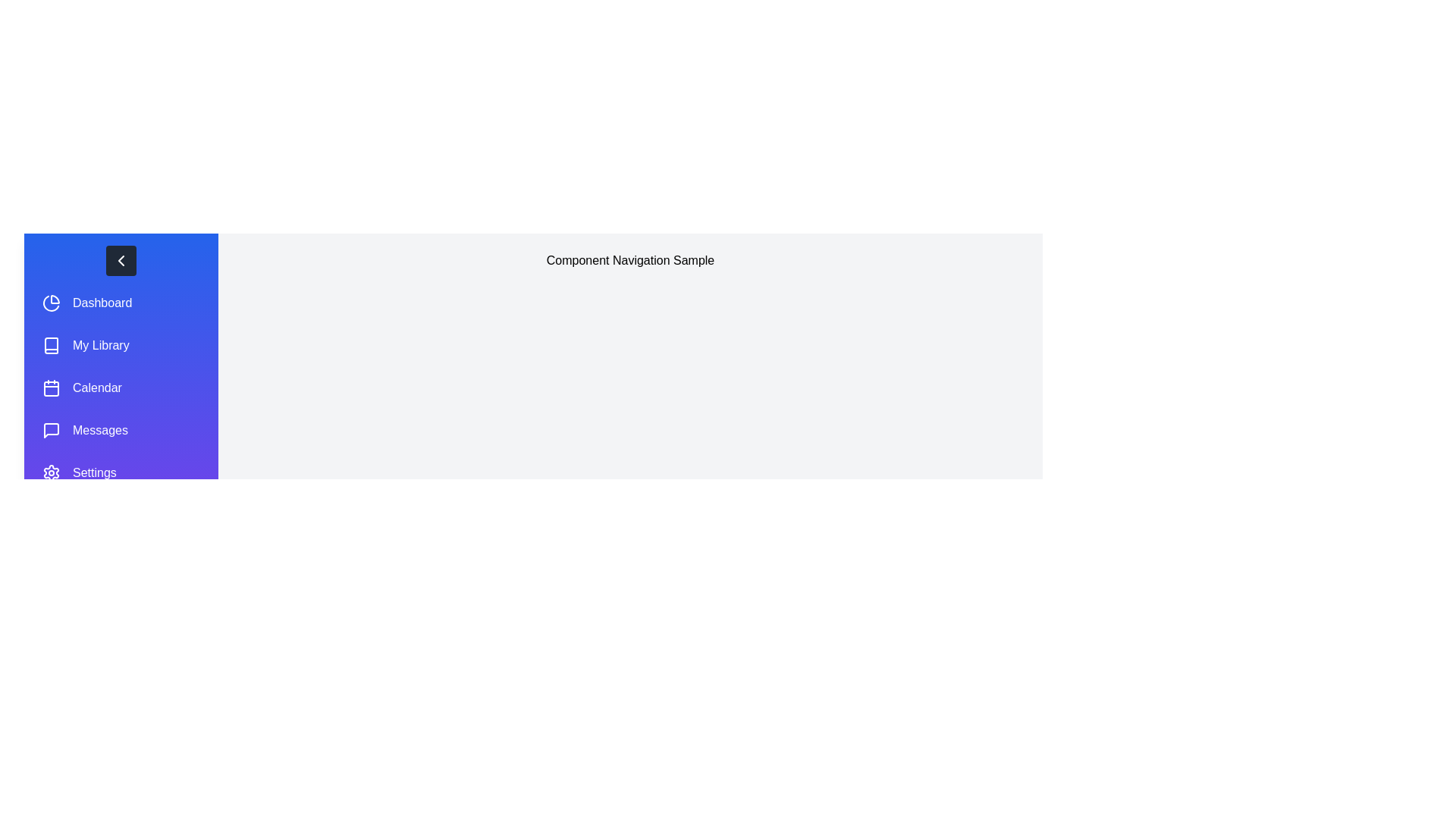 The image size is (1456, 819). Describe the element at coordinates (120, 388) in the screenshot. I see `the menu item Calendar to highlight it` at that location.